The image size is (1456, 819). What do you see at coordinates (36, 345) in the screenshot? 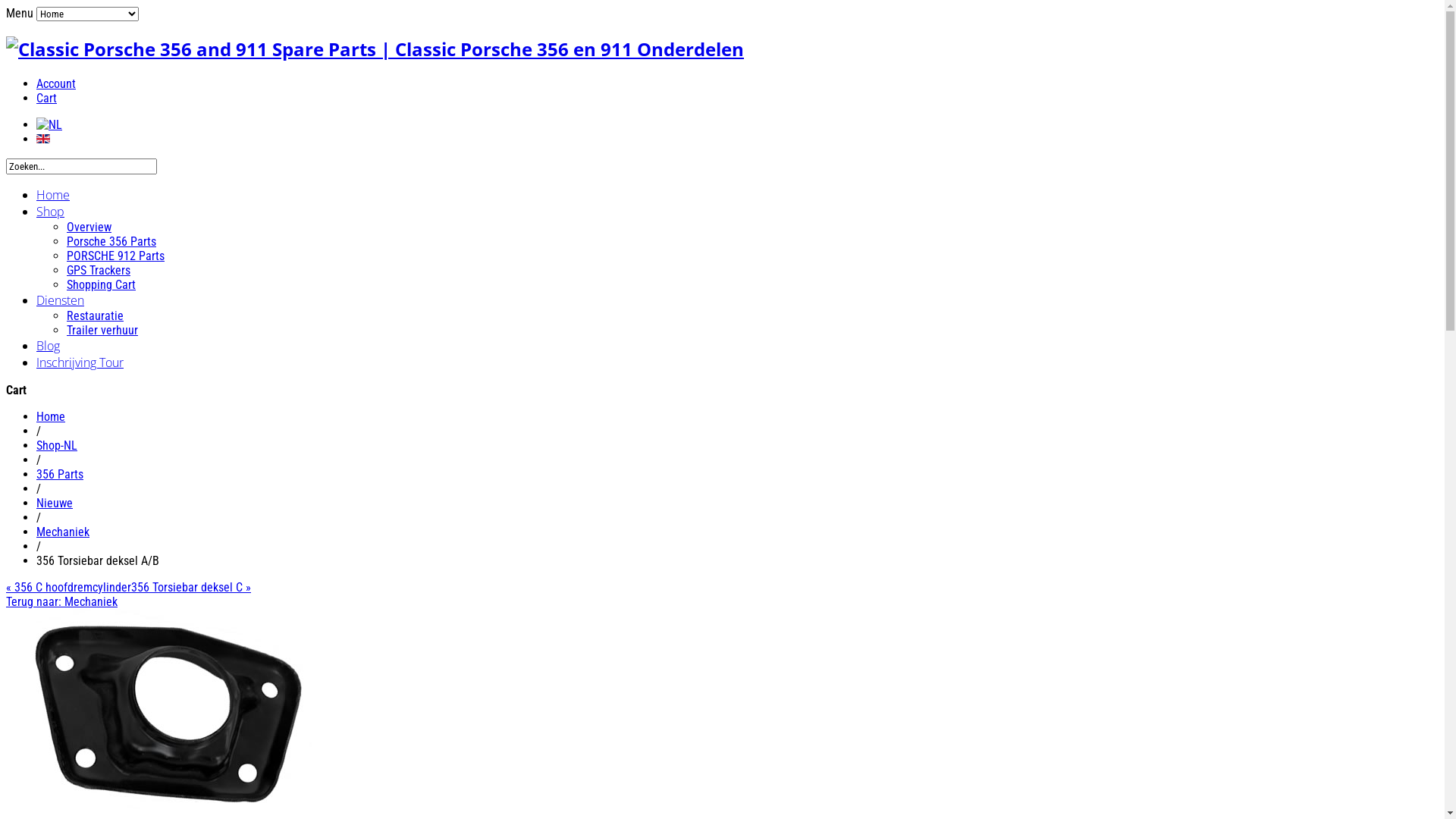
I see `'Blog'` at bounding box center [36, 345].